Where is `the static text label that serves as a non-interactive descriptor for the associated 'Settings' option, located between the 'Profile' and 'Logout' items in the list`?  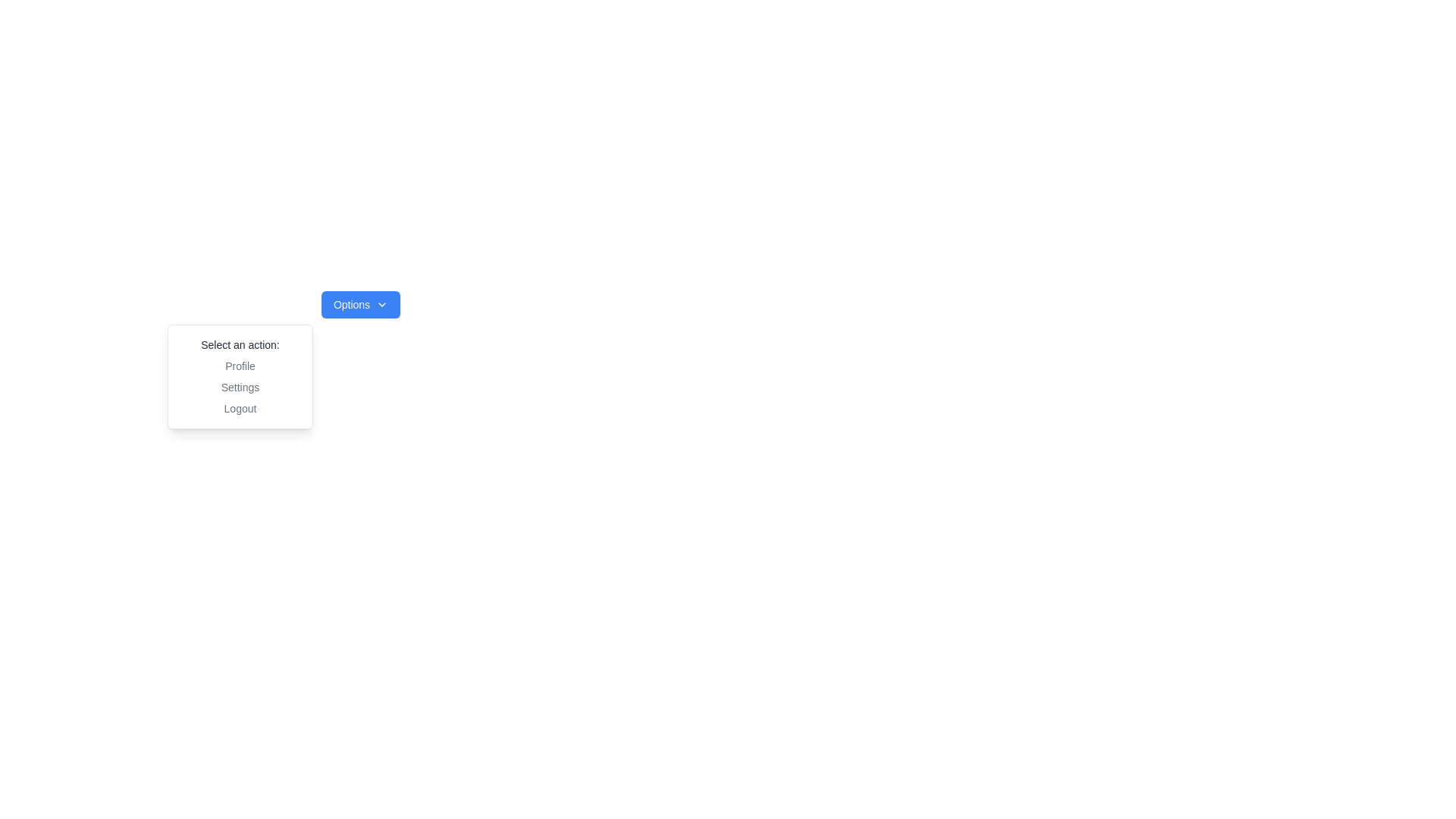
the static text label that serves as a non-interactive descriptor for the associated 'Settings' option, located between the 'Profile' and 'Logout' items in the list is located at coordinates (239, 386).